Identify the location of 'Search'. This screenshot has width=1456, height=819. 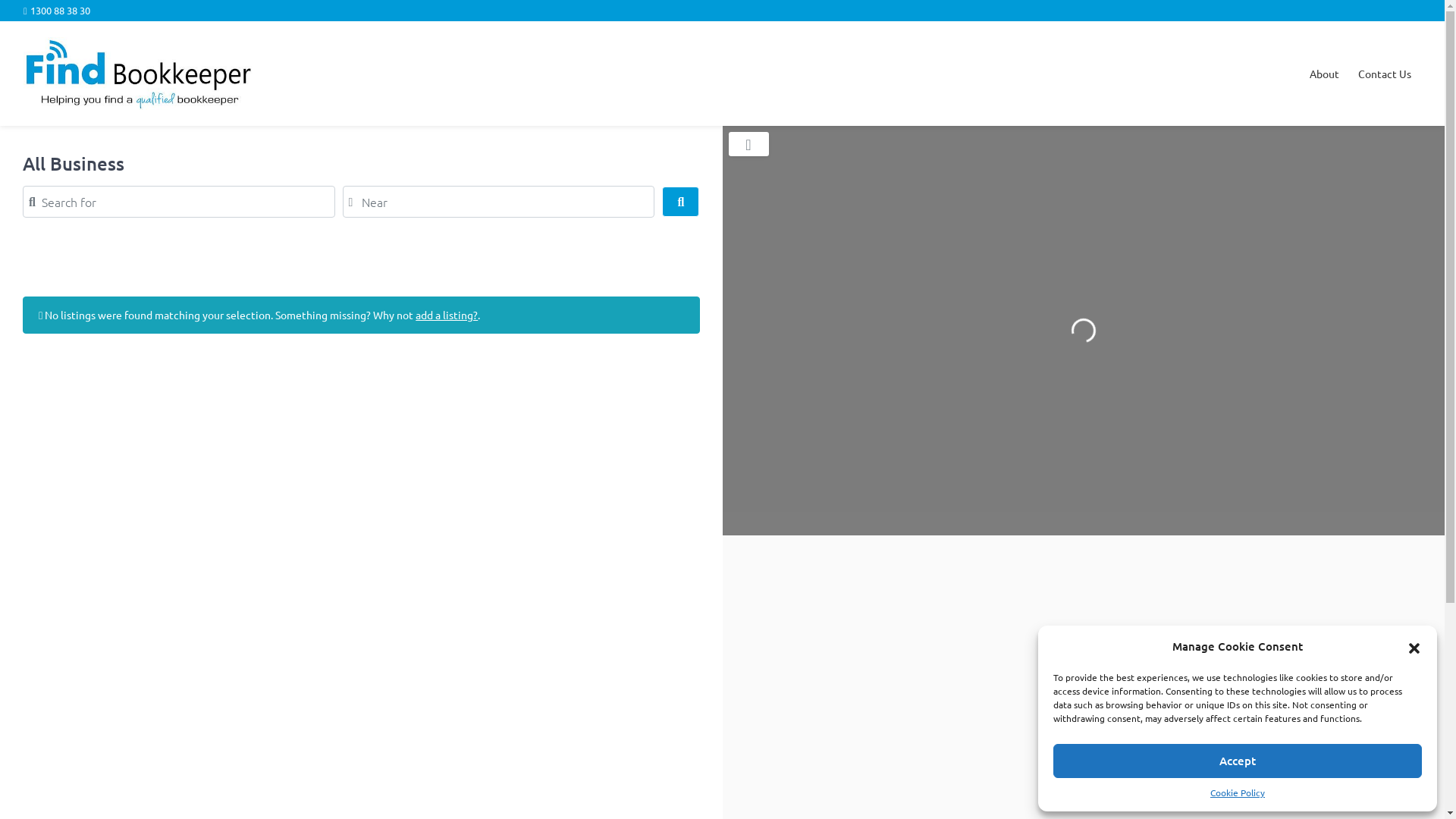
(679, 201).